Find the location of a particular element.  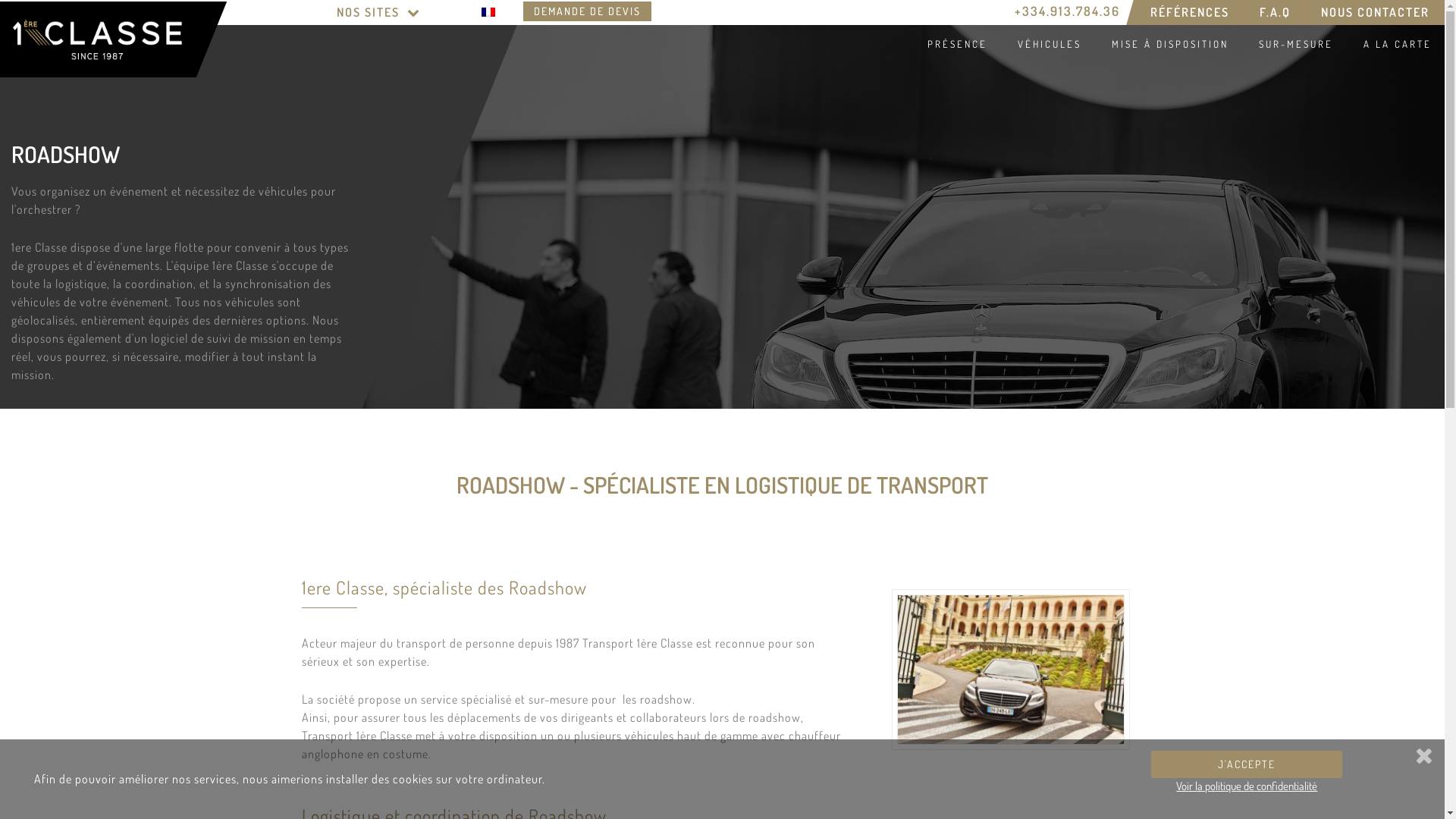

'DEMANDE DE DEVIS' is located at coordinates (586, 11).